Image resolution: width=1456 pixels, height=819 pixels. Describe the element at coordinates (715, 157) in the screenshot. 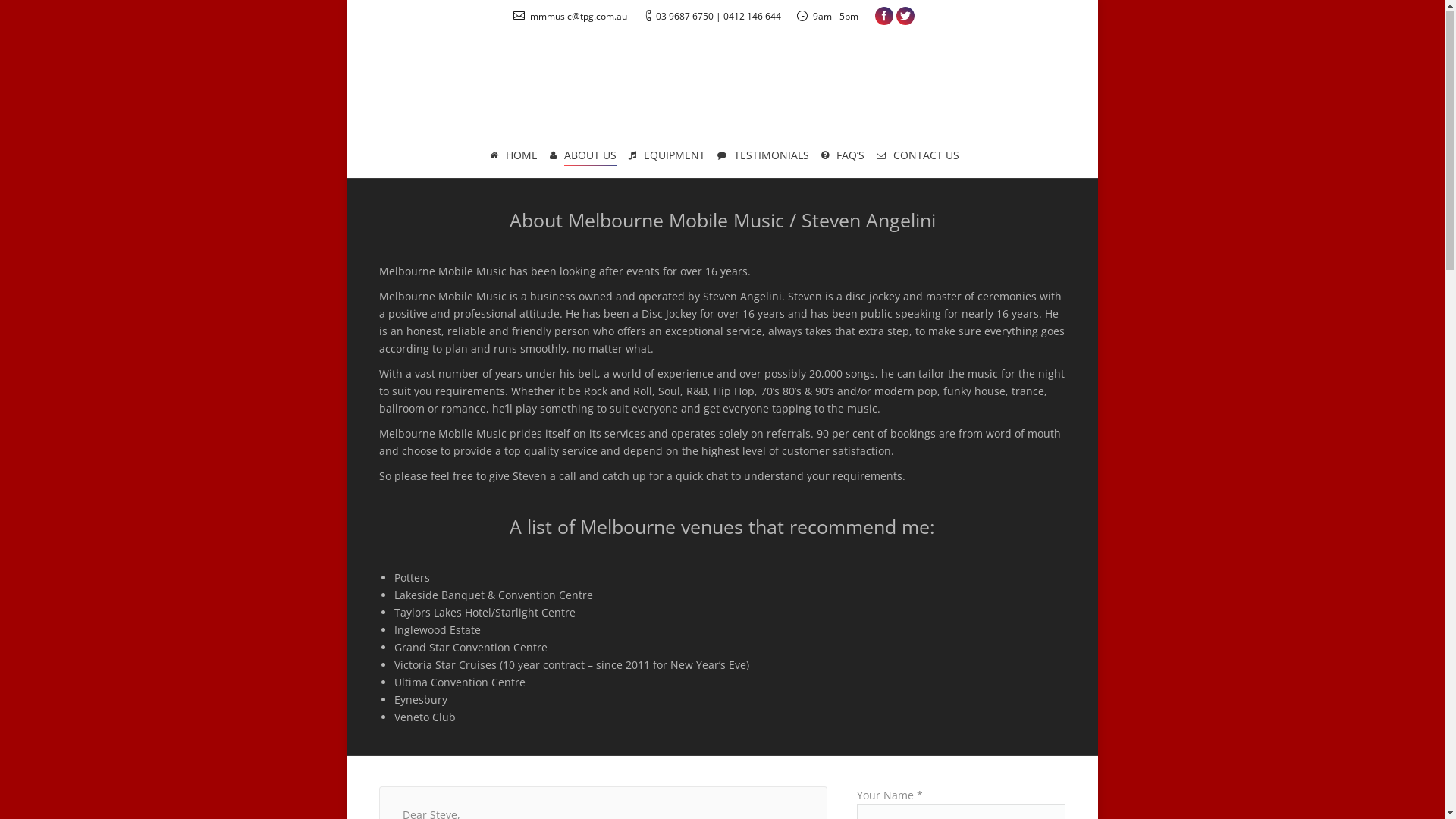

I see `'TESTIMONIALS'` at that location.